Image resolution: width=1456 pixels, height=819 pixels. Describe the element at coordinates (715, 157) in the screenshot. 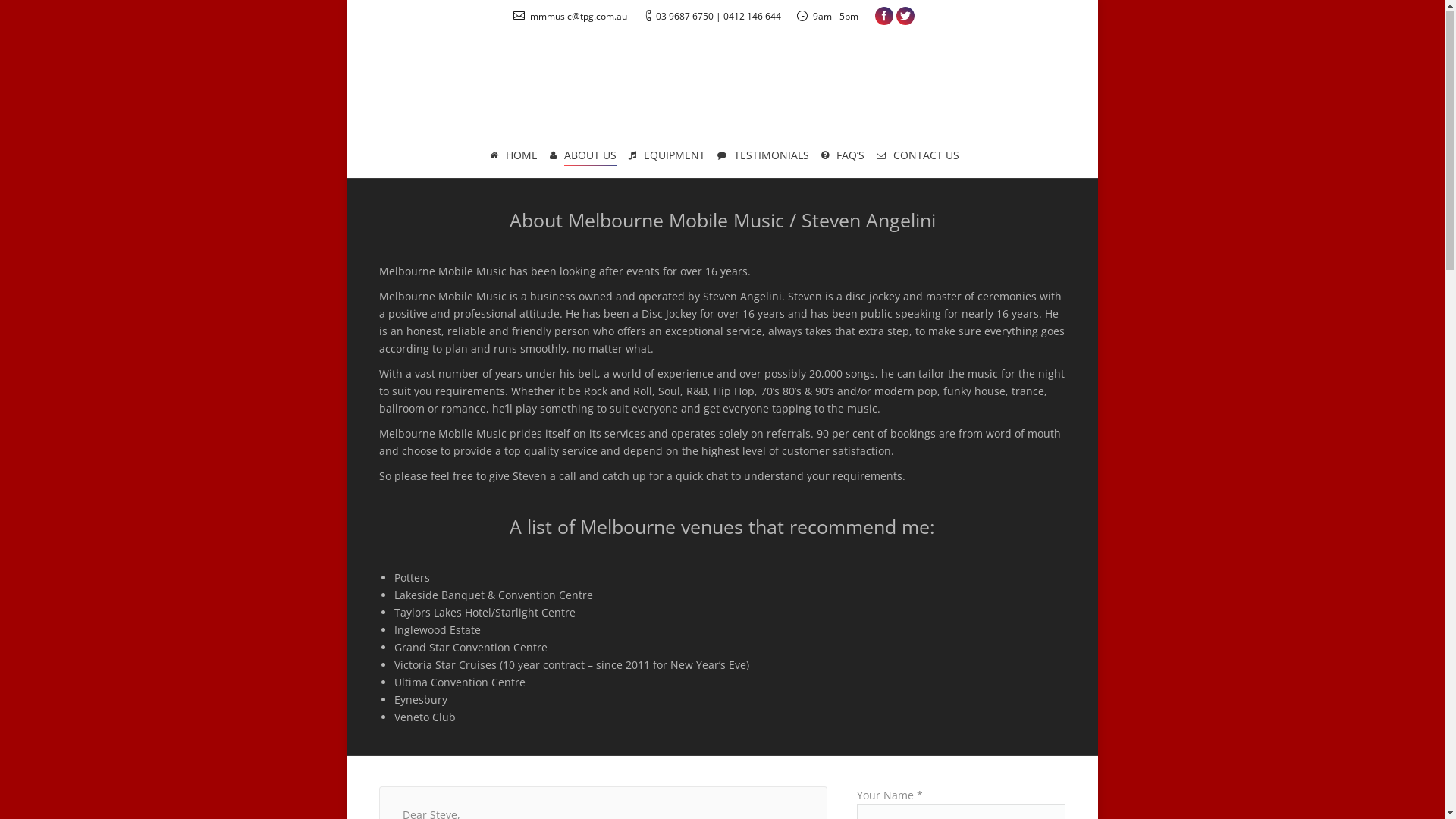

I see `'TESTIMONIALS'` at that location.